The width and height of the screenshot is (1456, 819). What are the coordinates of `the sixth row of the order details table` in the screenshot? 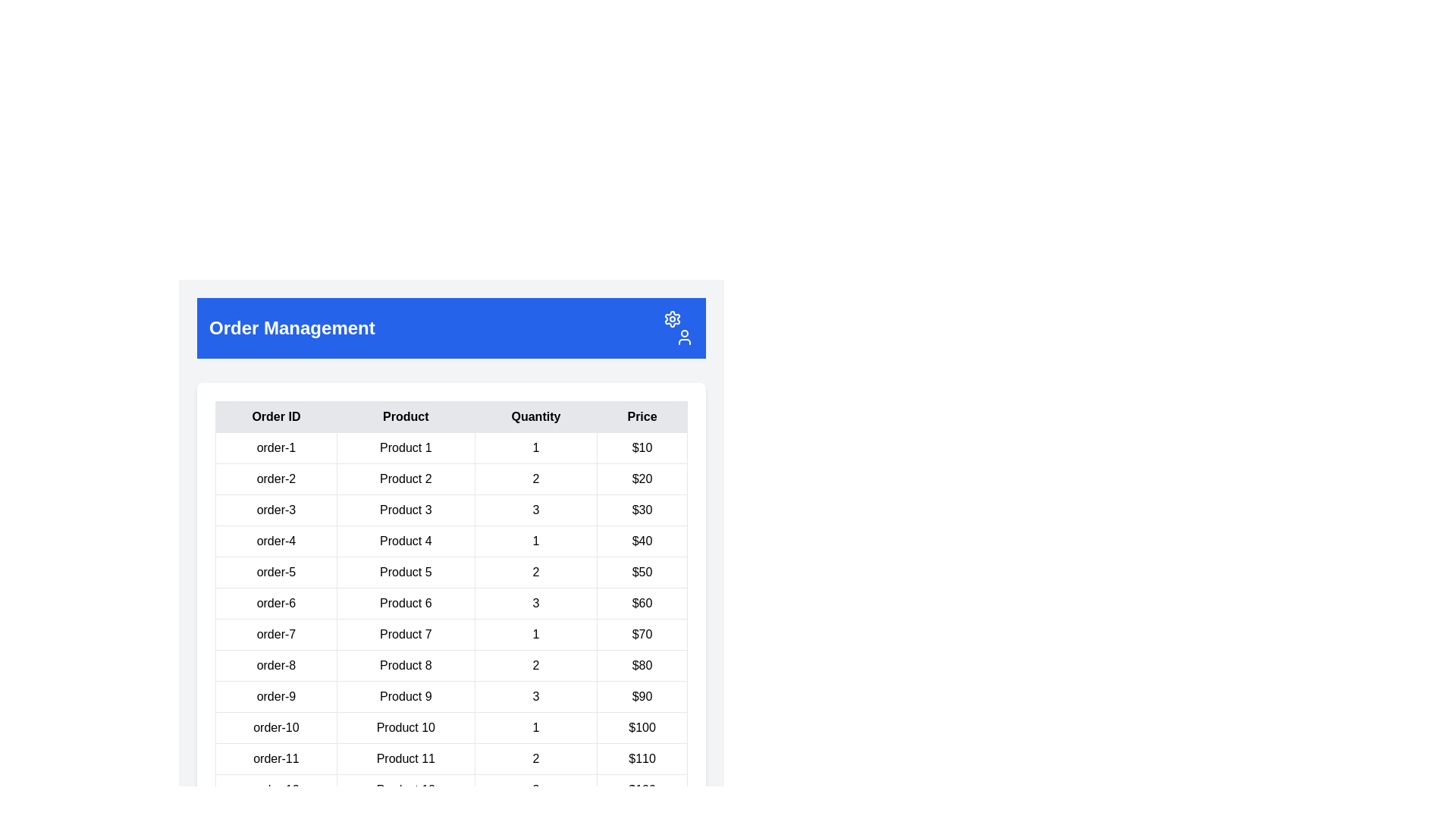 It's located at (450, 602).